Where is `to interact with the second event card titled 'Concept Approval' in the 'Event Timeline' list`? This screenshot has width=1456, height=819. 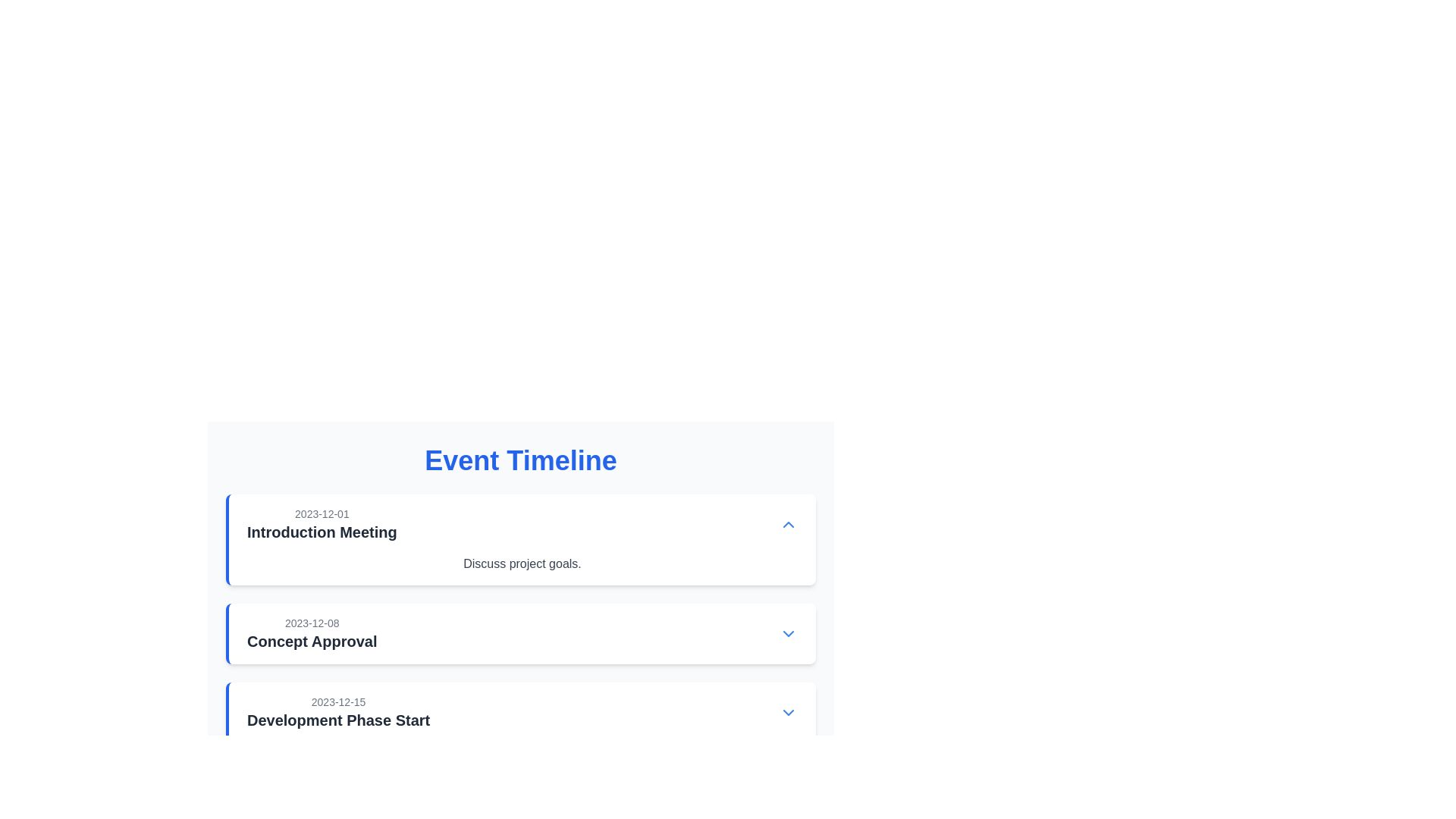 to interact with the second event card titled 'Concept Approval' in the 'Event Timeline' list is located at coordinates (520, 619).